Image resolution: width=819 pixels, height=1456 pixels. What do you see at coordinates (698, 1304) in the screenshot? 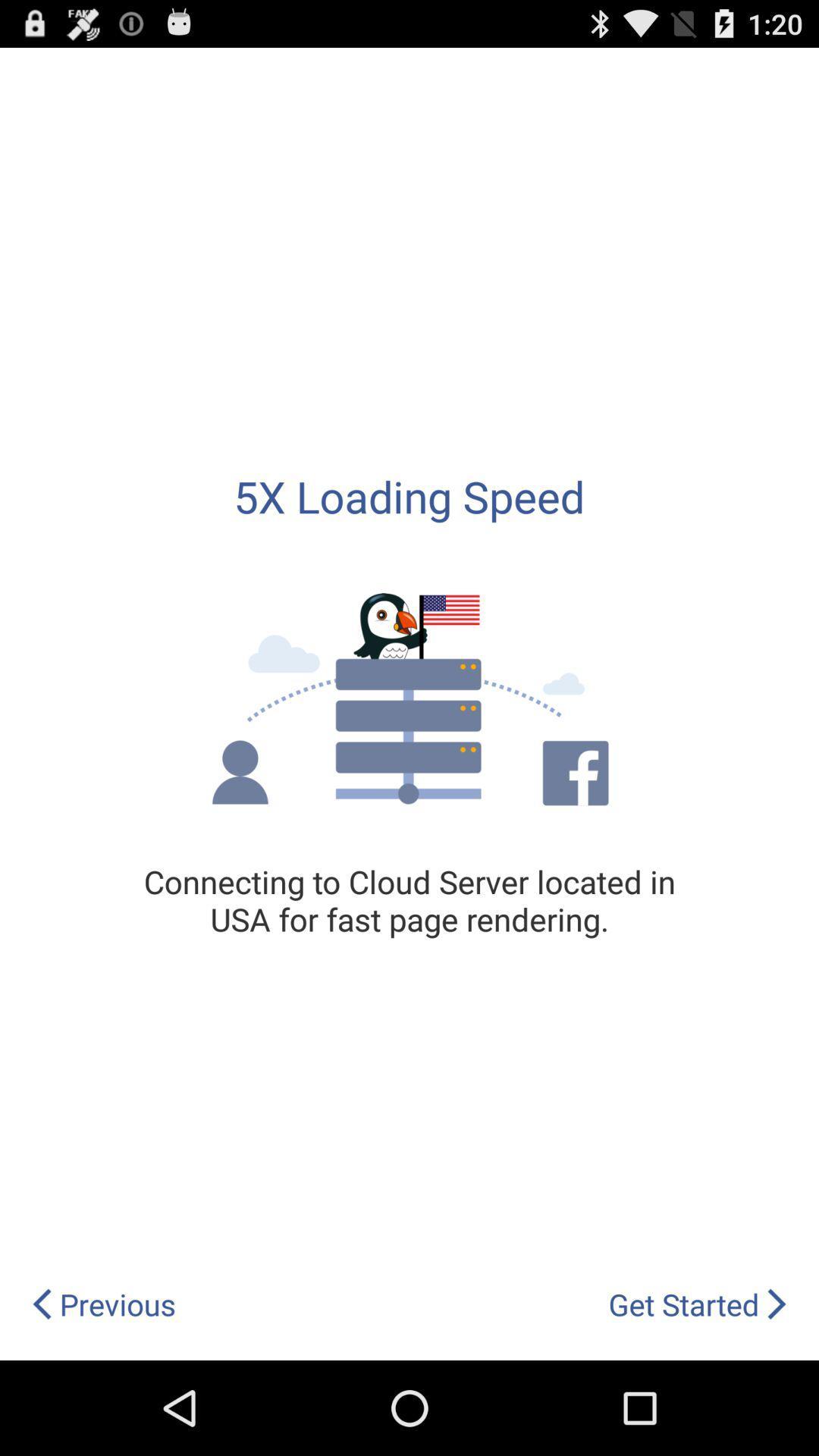
I see `the icon to the right of previous icon` at bounding box center [698, 1304].